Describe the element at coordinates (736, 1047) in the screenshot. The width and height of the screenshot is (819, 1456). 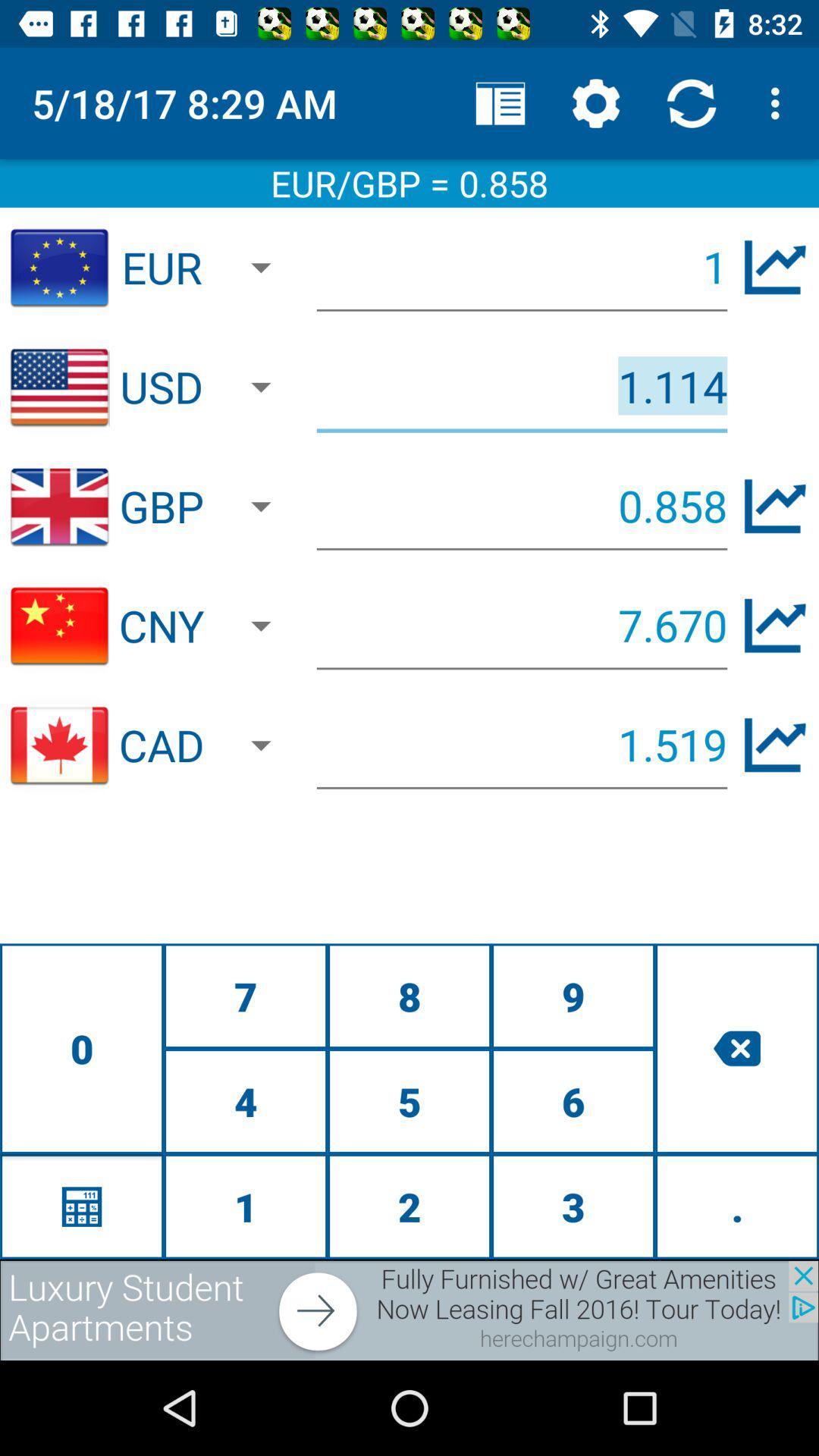
I see `the close icon` at that location.